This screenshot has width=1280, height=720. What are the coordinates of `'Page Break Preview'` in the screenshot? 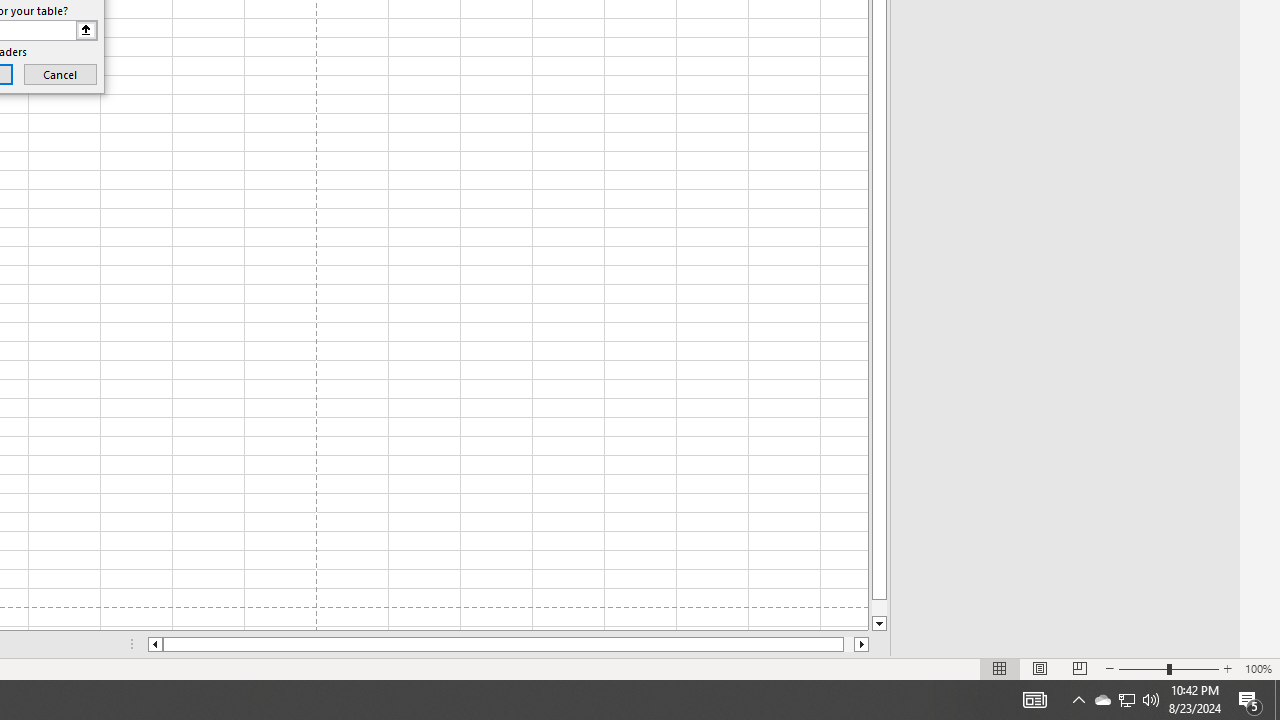 It's located at (1078, 669).